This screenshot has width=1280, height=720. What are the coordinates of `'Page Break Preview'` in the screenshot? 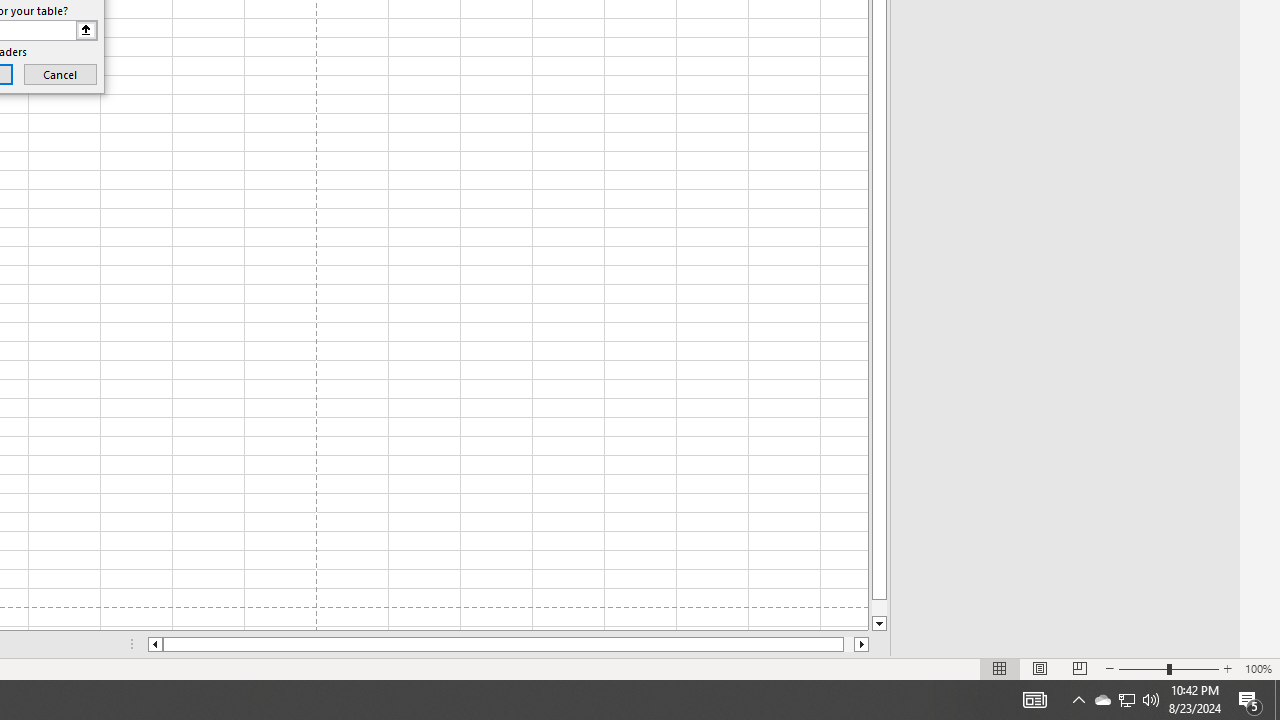 It's located at (1078, 669).